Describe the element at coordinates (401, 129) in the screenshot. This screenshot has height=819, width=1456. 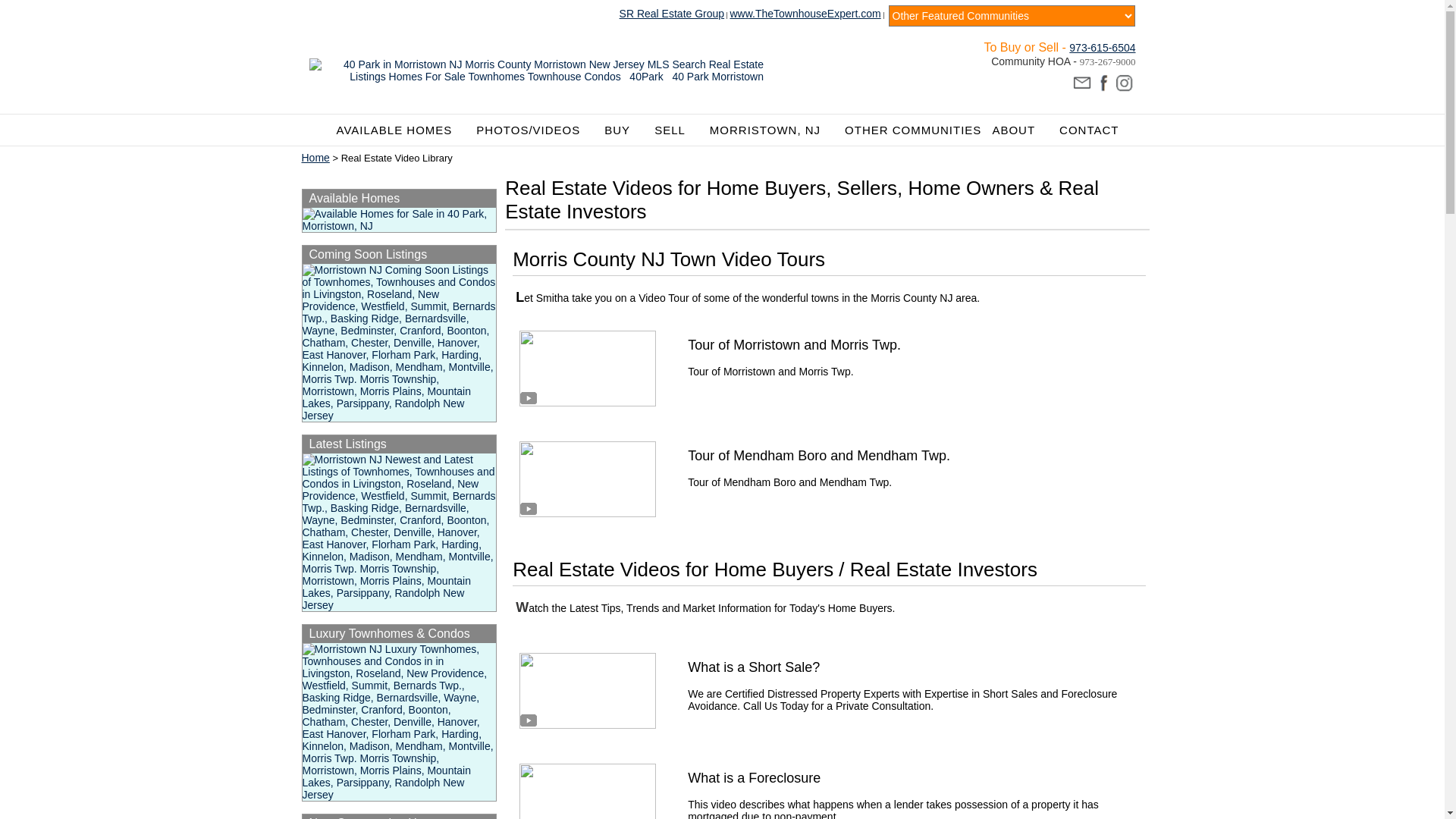
I see `'AVAILABLE HOMES'` at that location.